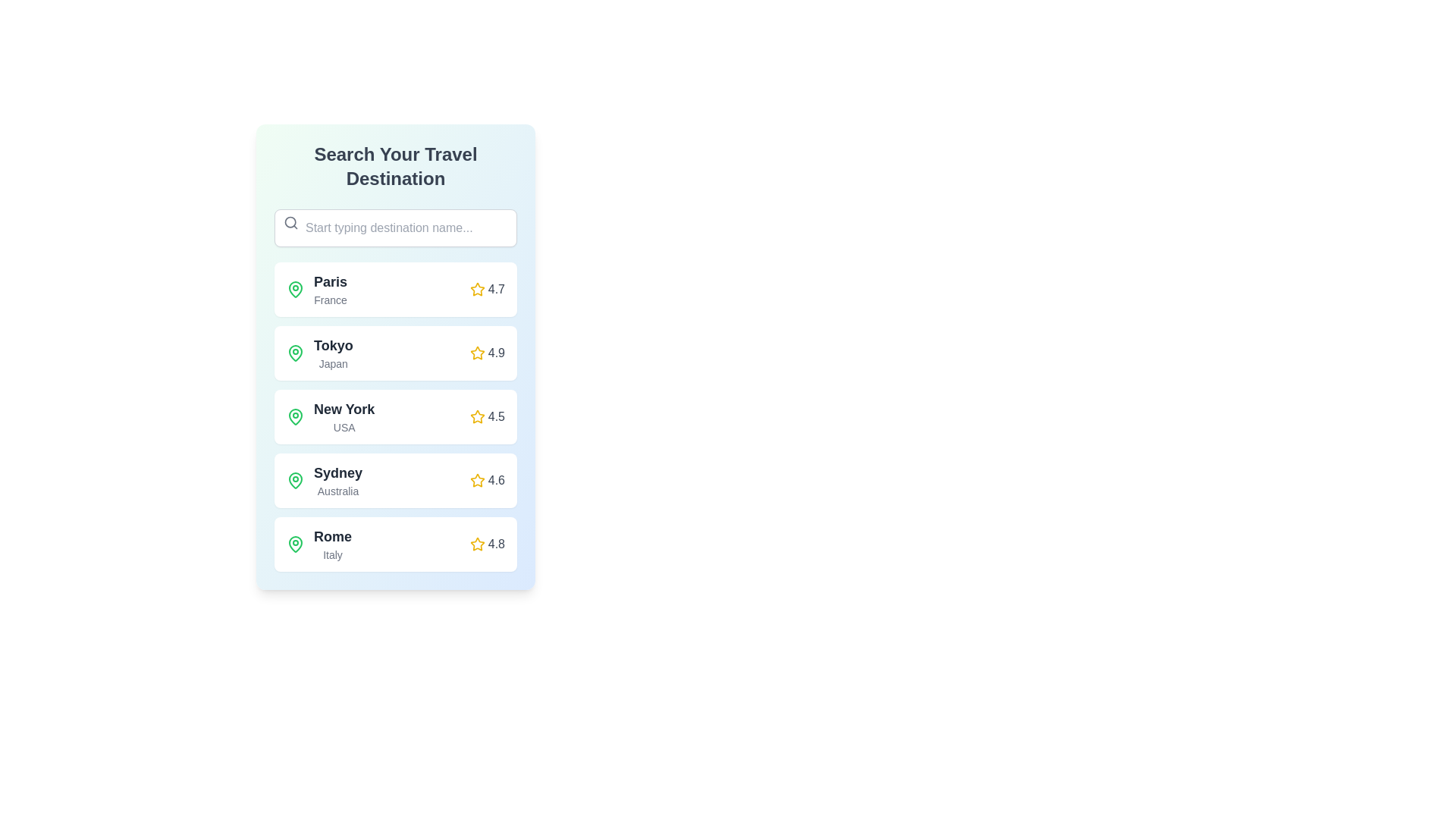 This screenshot has height=819, width=1456. What do you see at coordinates (476, 480) in the screenshot?
I see `the star-shaped icon with a yellow outline that represents a rating or favorite icon, located to the left of the number '4.6' in the same row as 'Sydney' and 'Australia'` at bounding box center [476, 480].